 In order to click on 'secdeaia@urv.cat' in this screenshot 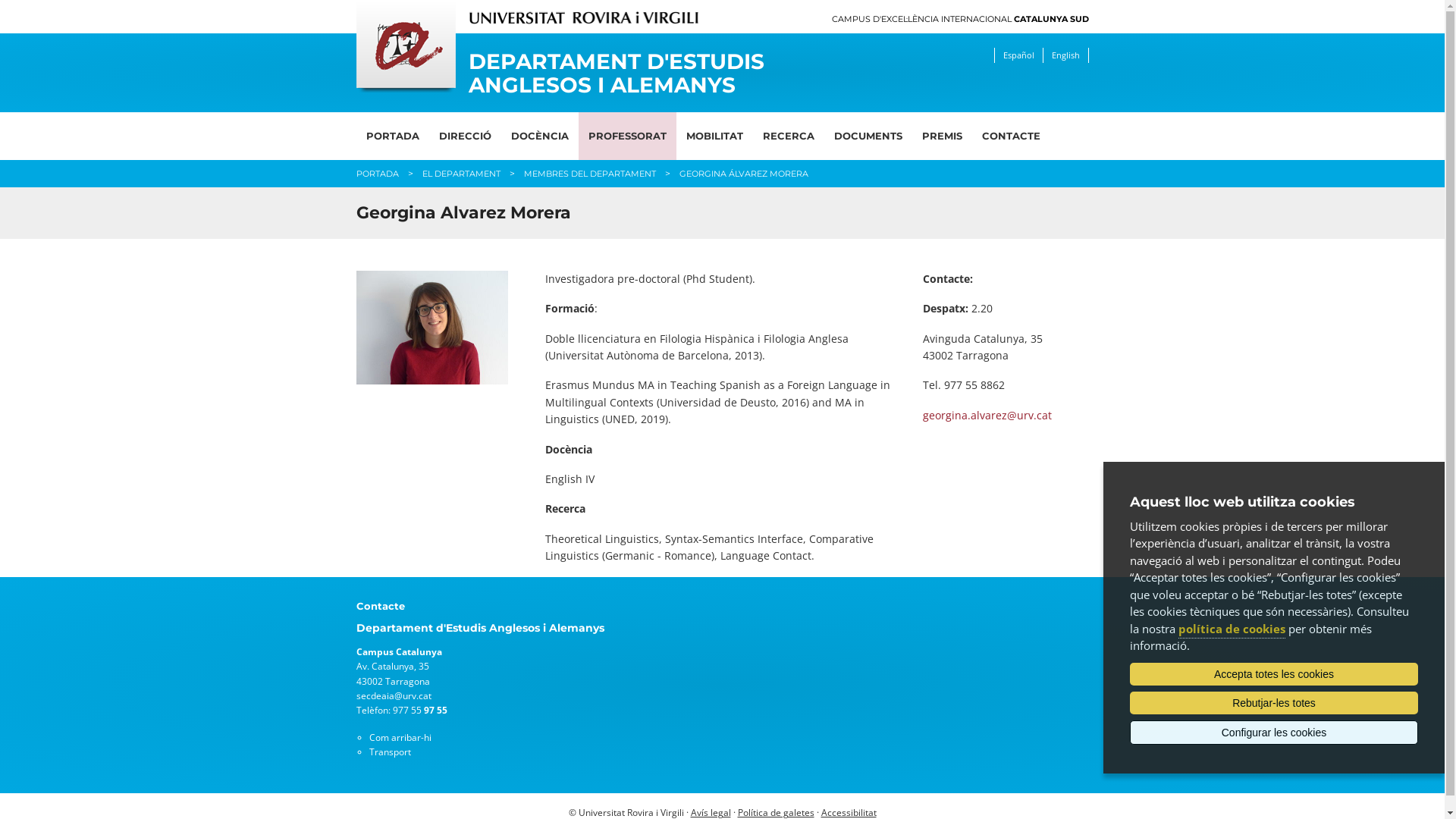, I will do `click(394, 695)`.